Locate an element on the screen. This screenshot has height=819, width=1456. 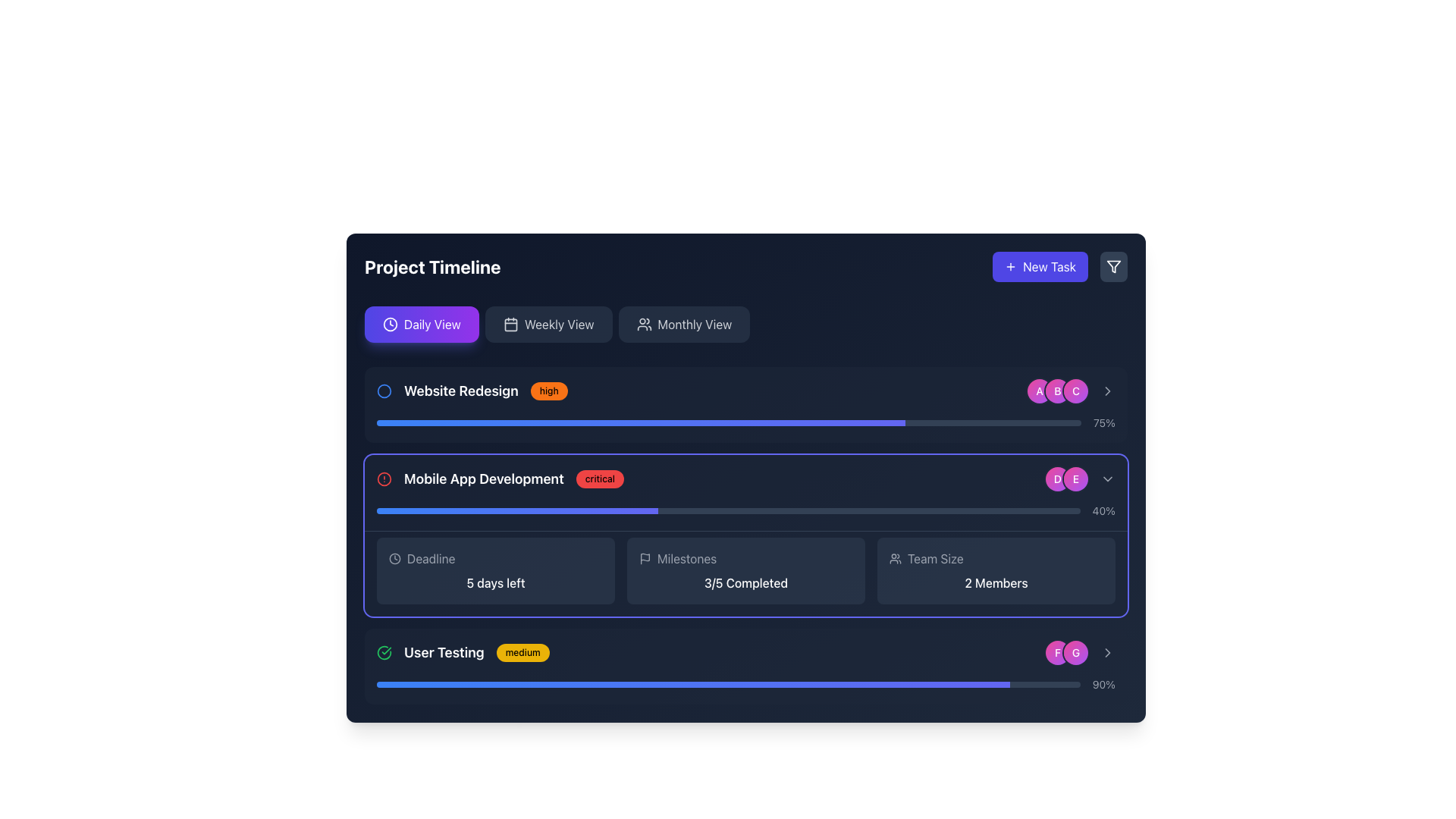
the icon that visually identifies the 'Team Size' information, located at the top-left corner of the card displaying 'Team Size' is located at coordinates (895, 558).